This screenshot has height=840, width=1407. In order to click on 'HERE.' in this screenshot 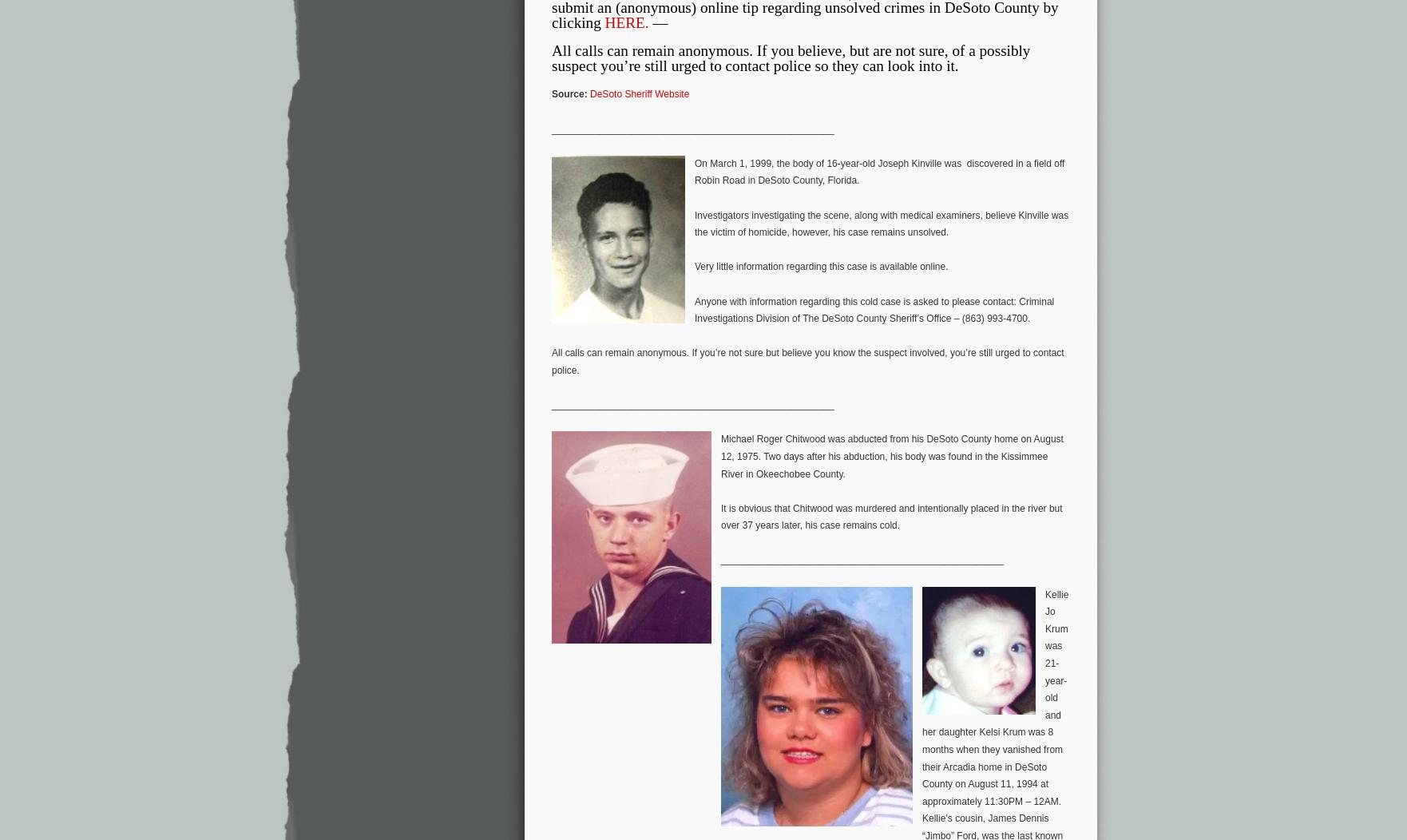, I will do `click(625, 22)`.